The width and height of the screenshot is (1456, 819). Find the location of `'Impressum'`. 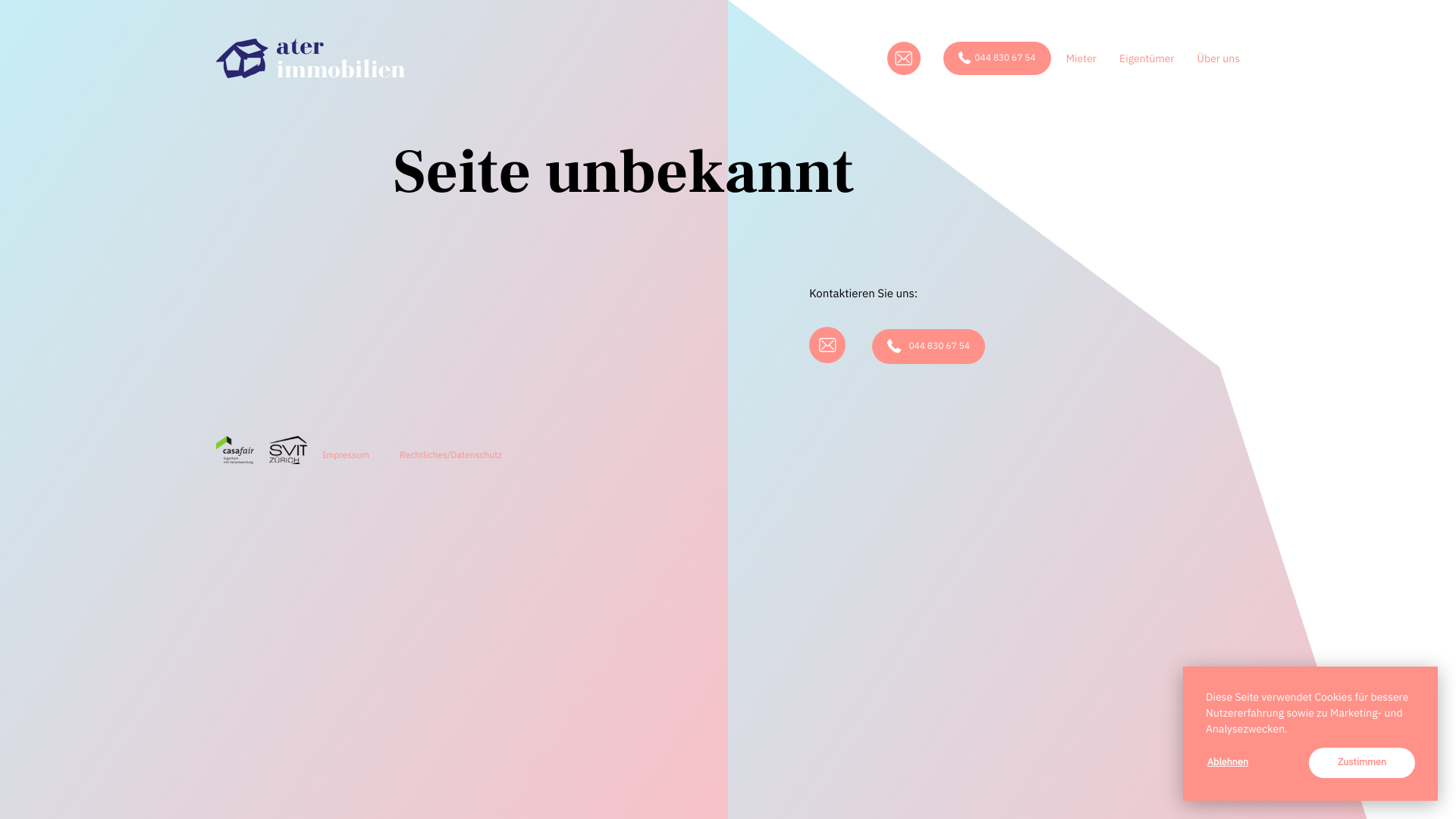

'Impressum' is located at coordinates (345, 449).